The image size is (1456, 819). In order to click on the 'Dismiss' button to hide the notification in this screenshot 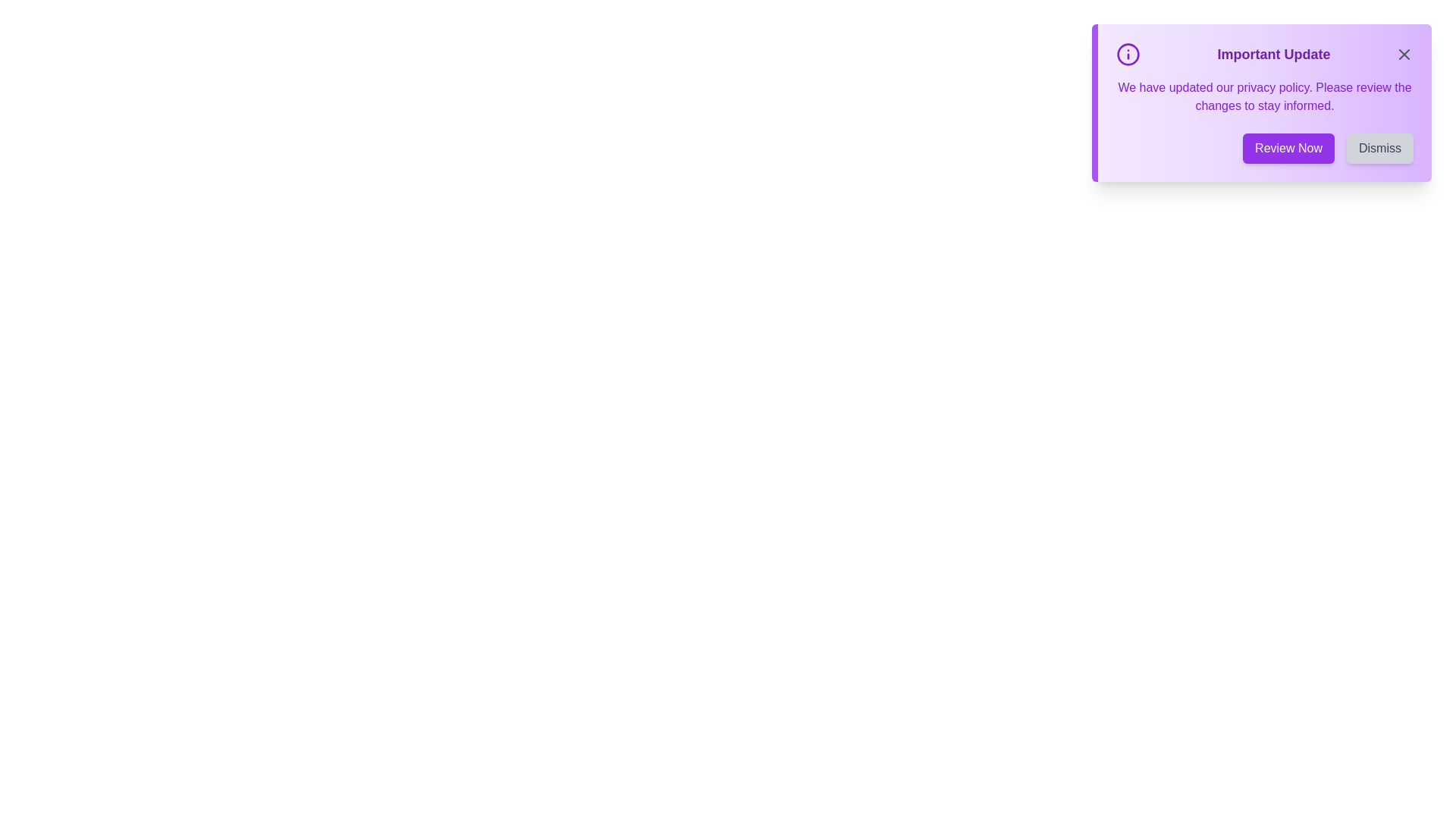, I will do `click(1379, 149)`.